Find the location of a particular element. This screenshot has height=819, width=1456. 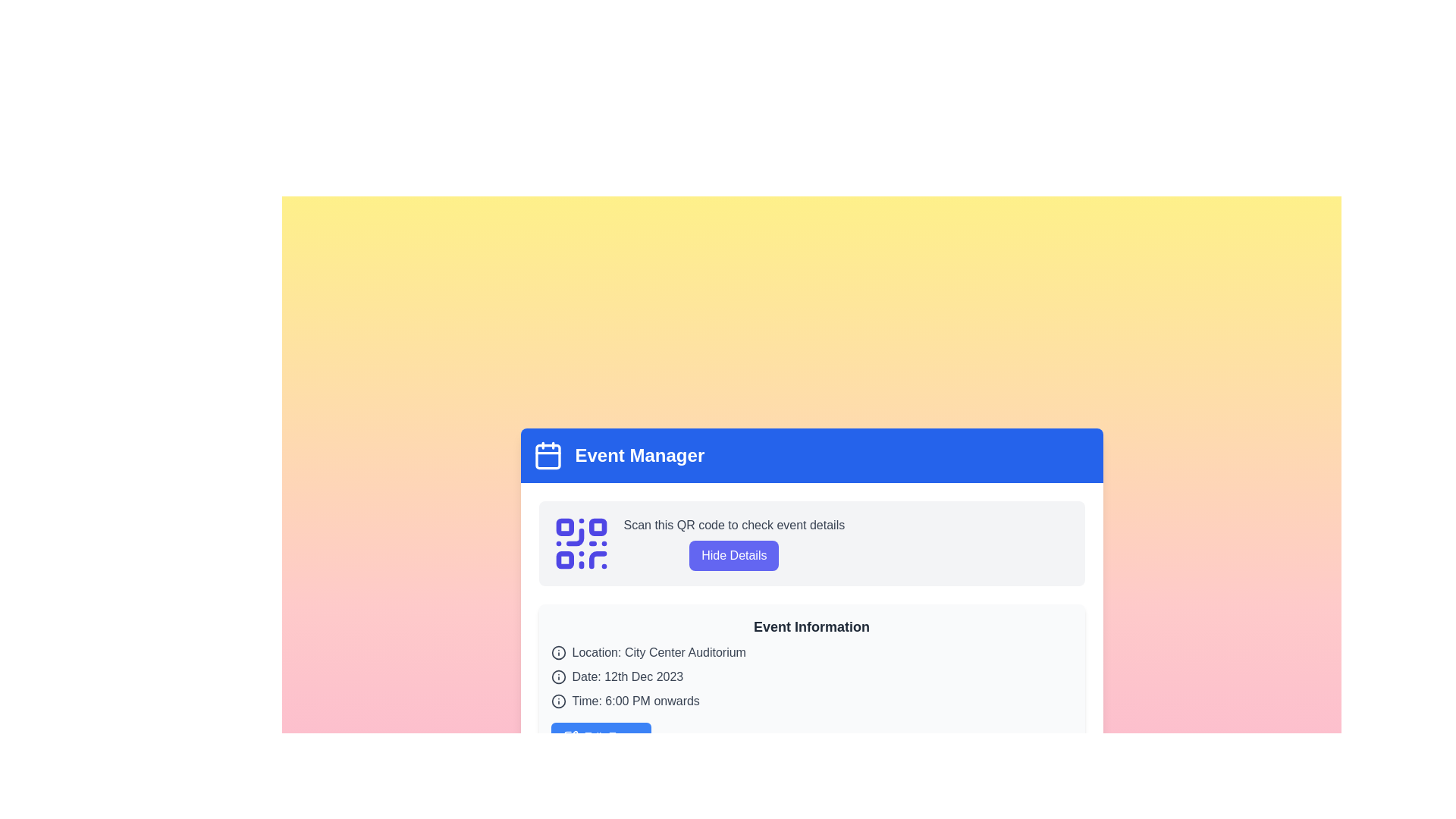

text from the text label that serves as a title or heading for managing events, located to the right of a calendar icon in the blue header section is located at coordinates (639, 455).